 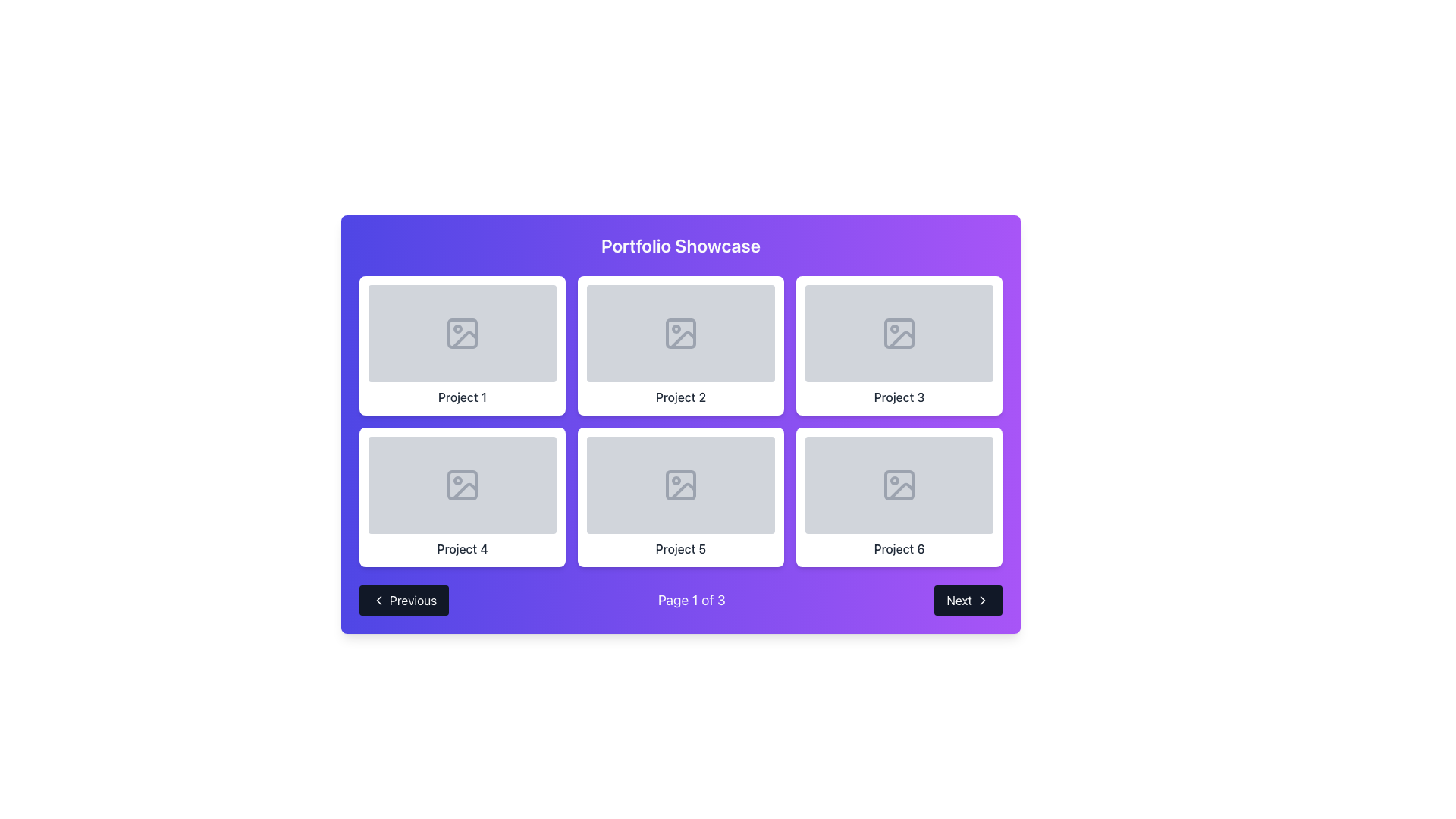 I want to click on text label 'Project 6' which is located in the bottom row of a 2x3 grid layout in the portfolio showcase panel, directly below the associated project placeholder image, so click(x=899, y=549).